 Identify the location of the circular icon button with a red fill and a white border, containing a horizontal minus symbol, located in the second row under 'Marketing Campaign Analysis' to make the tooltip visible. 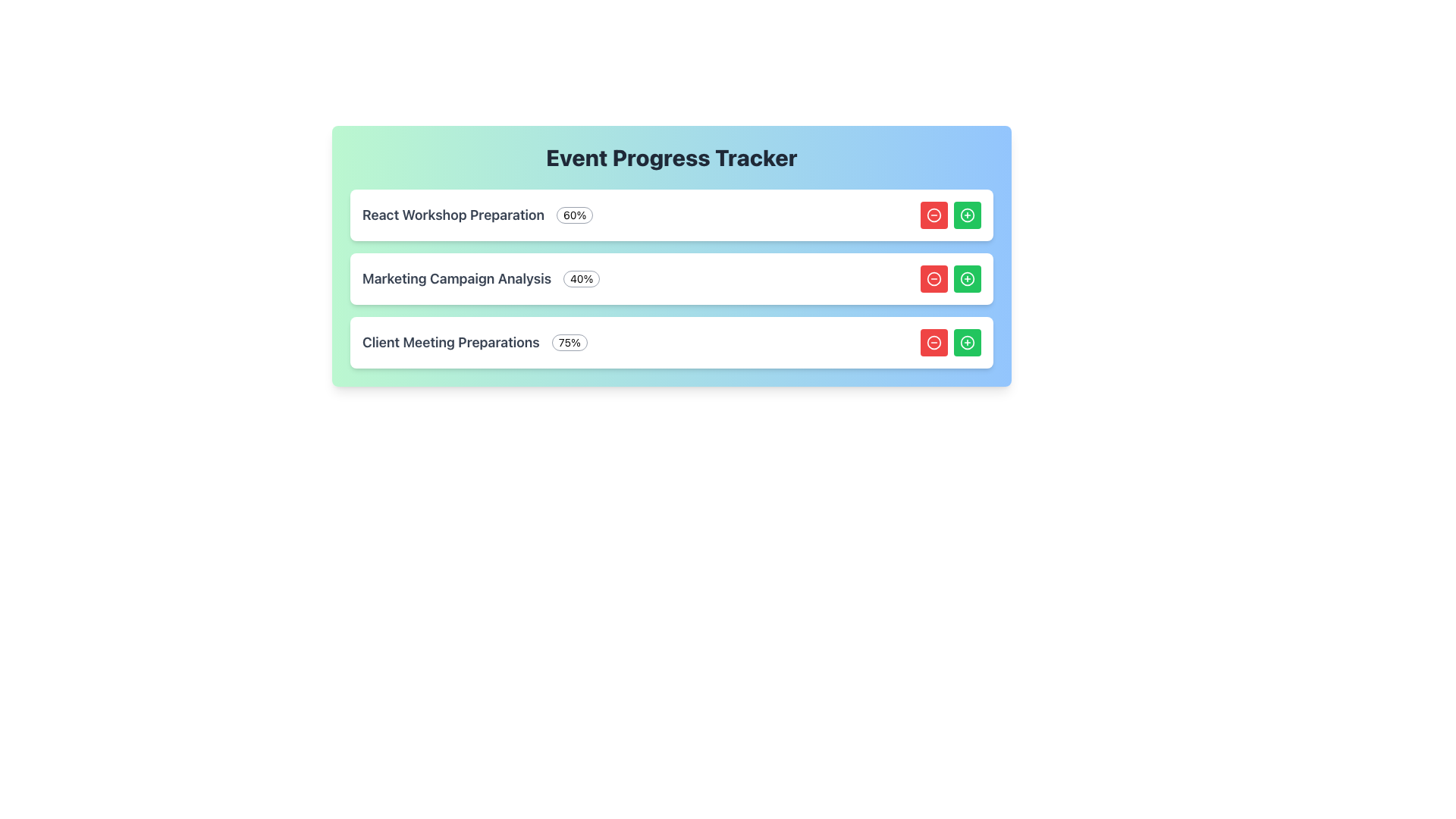
(934, 342).